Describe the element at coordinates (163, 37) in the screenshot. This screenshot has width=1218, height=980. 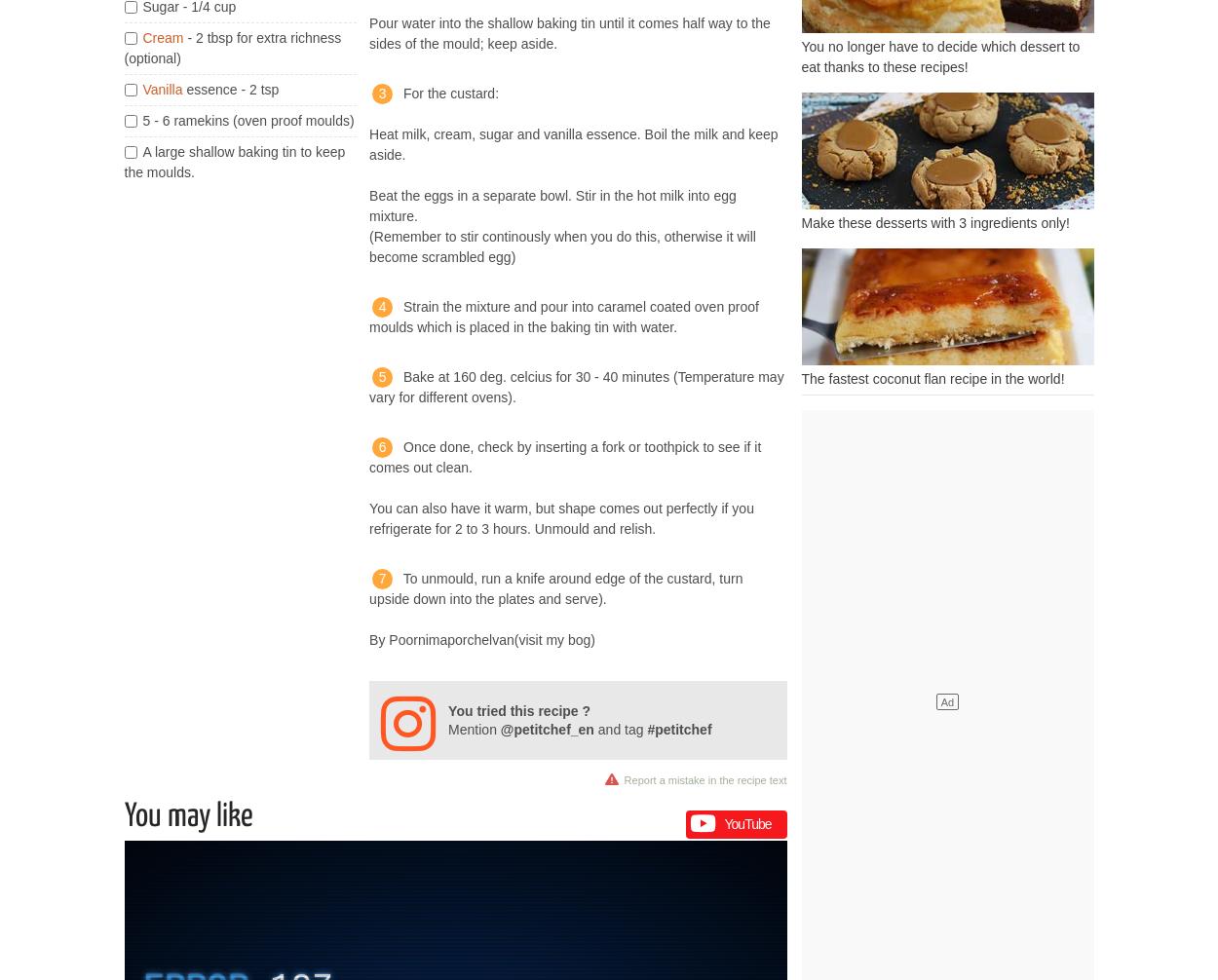
I see `'Cream'` at that location.